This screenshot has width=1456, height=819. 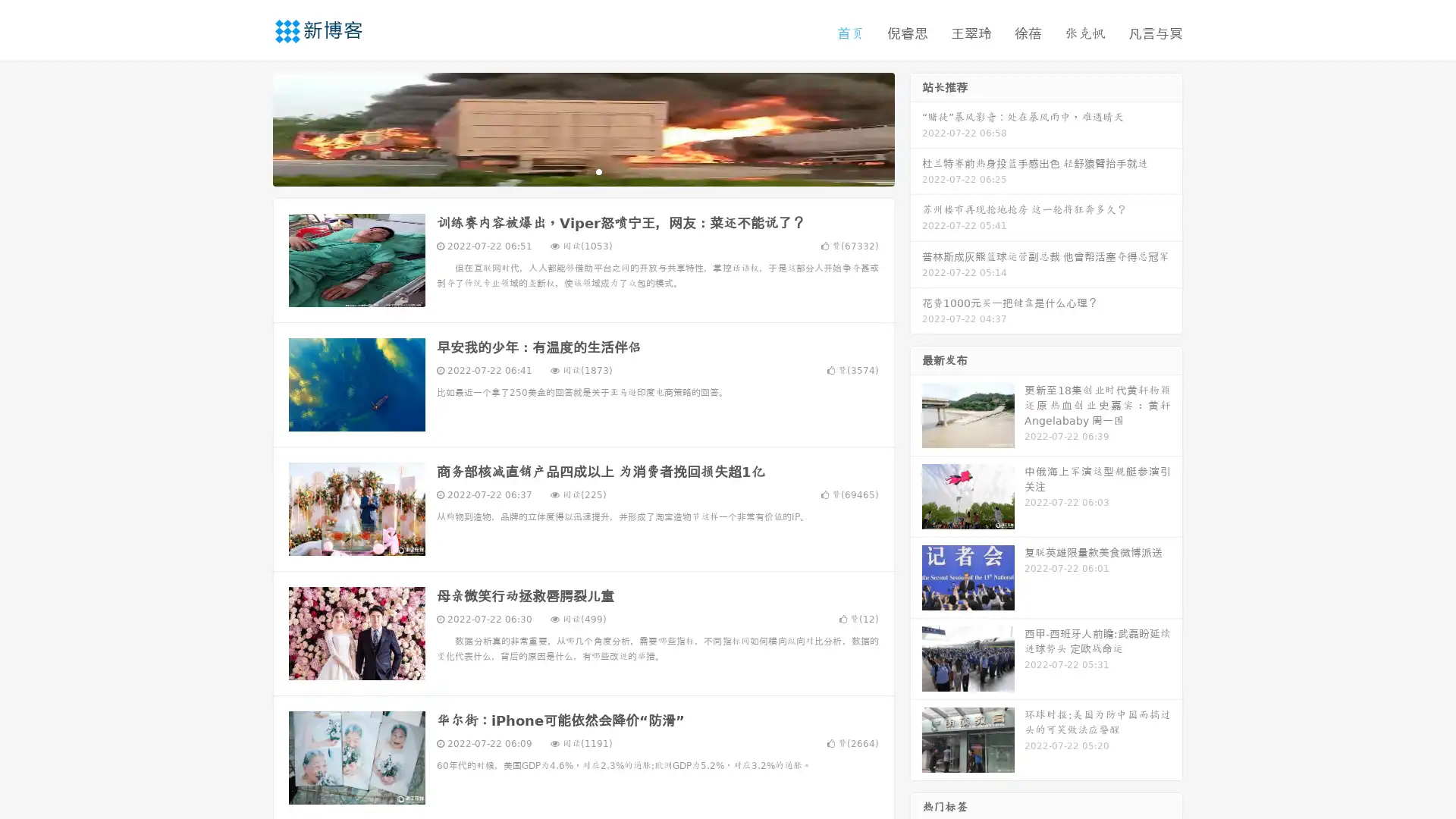 What do you see at coordinates (598, 171) in the screenshot?
I see `Go to slide 3` at bounding box center [598, 171].